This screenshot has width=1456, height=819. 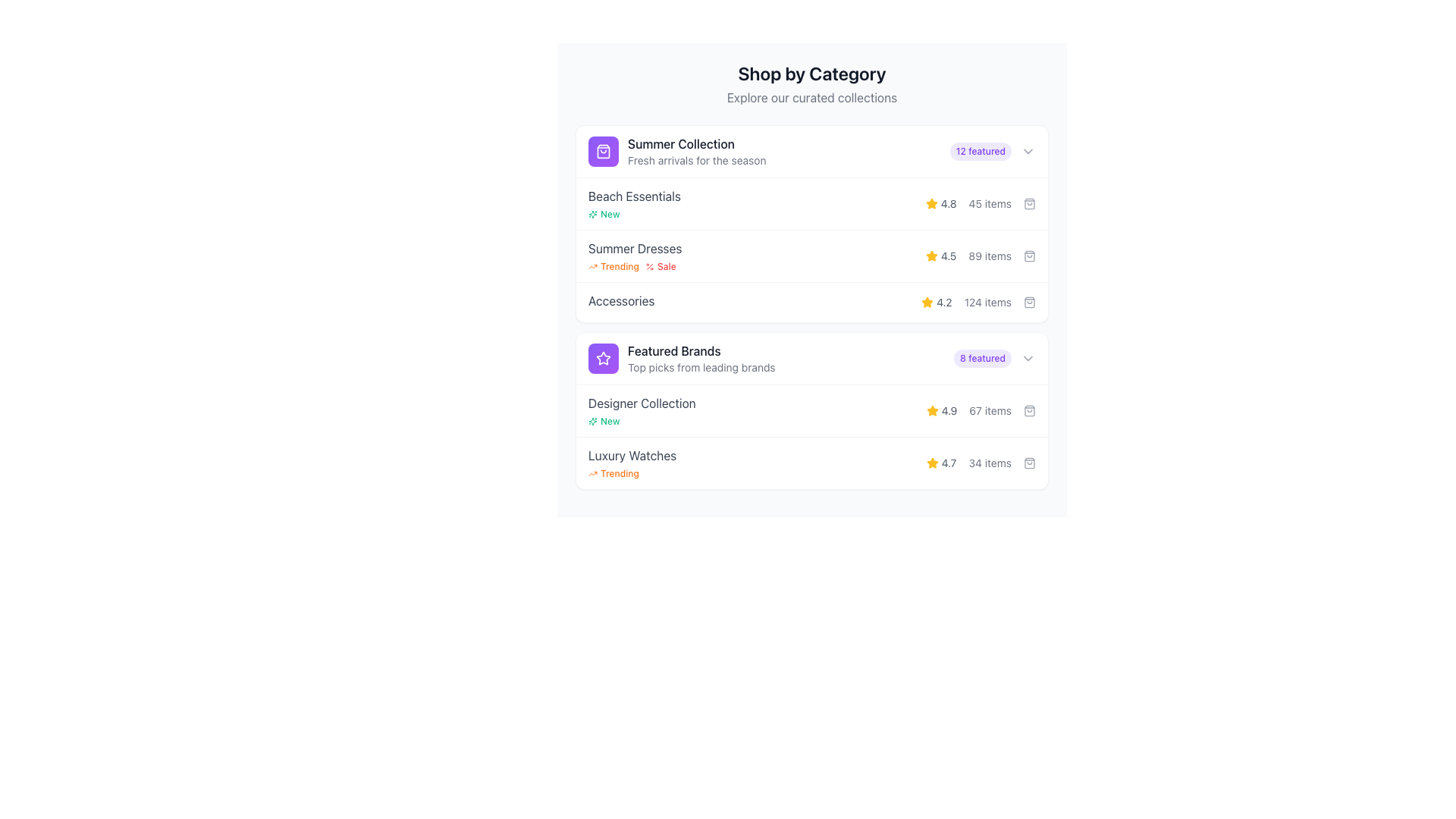 I want to click on the small textual component displaying the numeric value '4.7', which is located in the second row of the 'Luxury Watches' section, adjacent to a star icon, so click(x=948, y=462).